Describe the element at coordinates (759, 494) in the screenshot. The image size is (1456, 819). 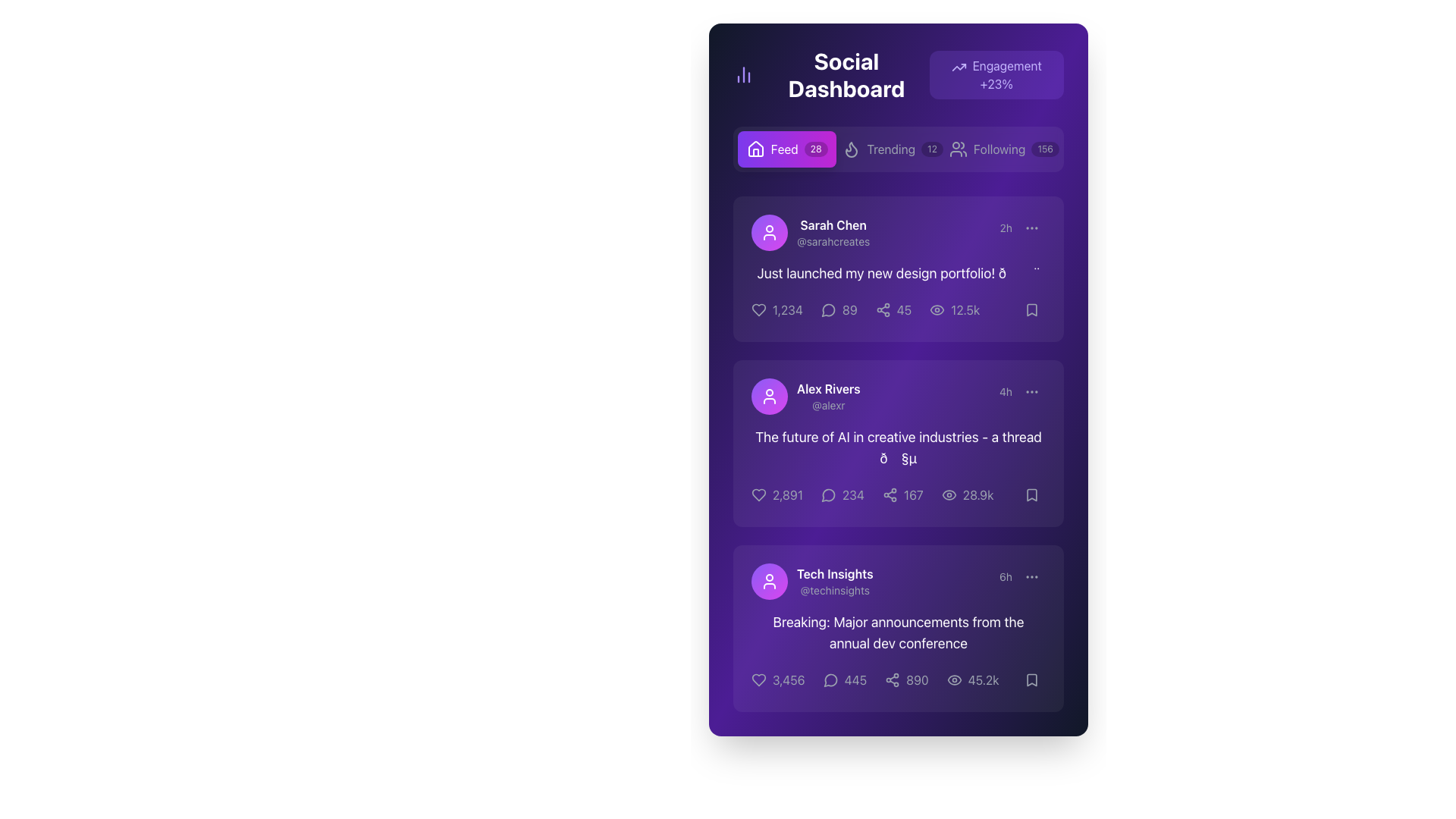
I see `the 'like' icon located in the second post of the feed panel, positioned near the bottom left corner between the comment and share icons to express approval for the content` at that location.